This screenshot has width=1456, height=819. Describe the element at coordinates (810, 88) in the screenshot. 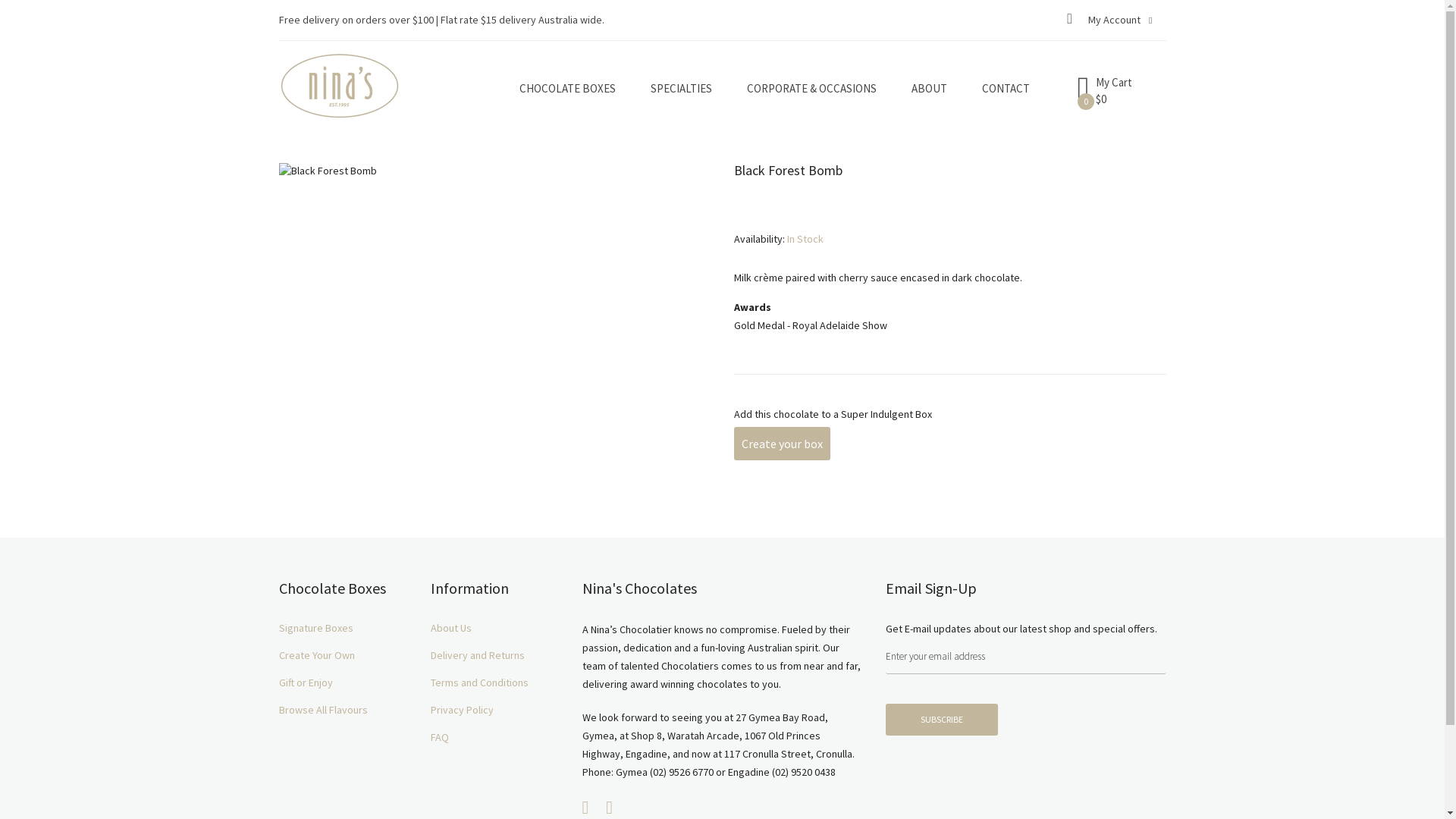

I see `'CORPORATE & OCCASIONS'` at that location.